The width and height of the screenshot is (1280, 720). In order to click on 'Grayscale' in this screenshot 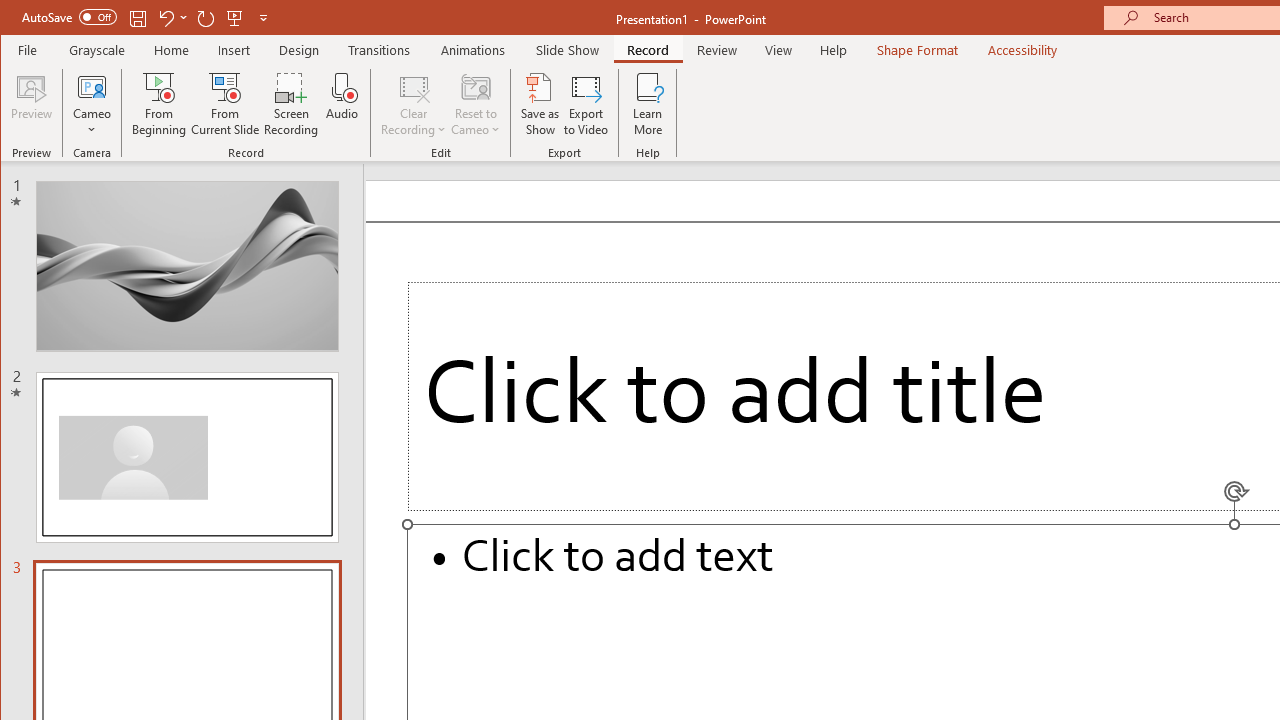, I will do `click(96, 49)`.